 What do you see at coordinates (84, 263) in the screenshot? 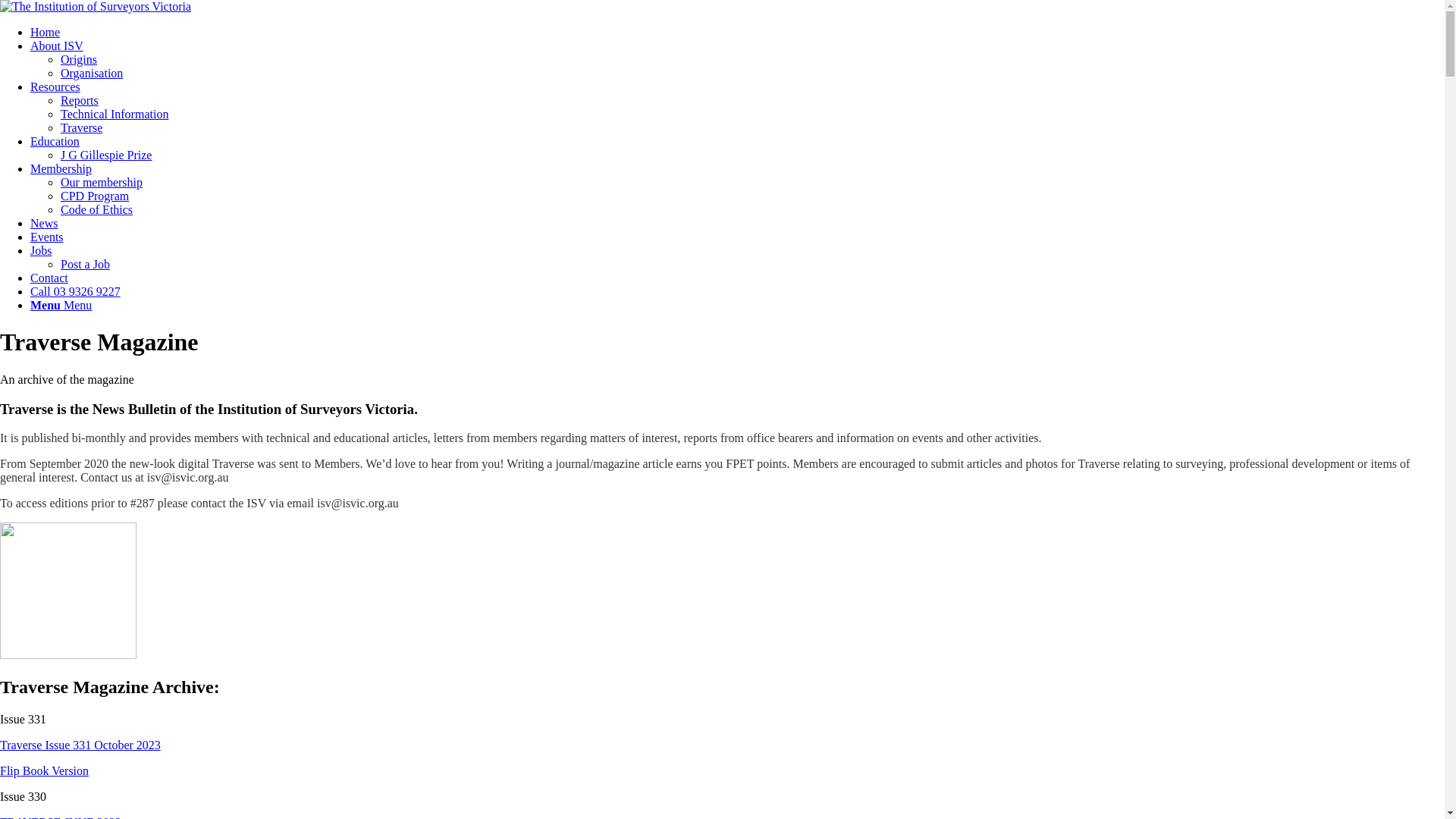
I see `'Post a Job'` at bounding box center [84, 263].